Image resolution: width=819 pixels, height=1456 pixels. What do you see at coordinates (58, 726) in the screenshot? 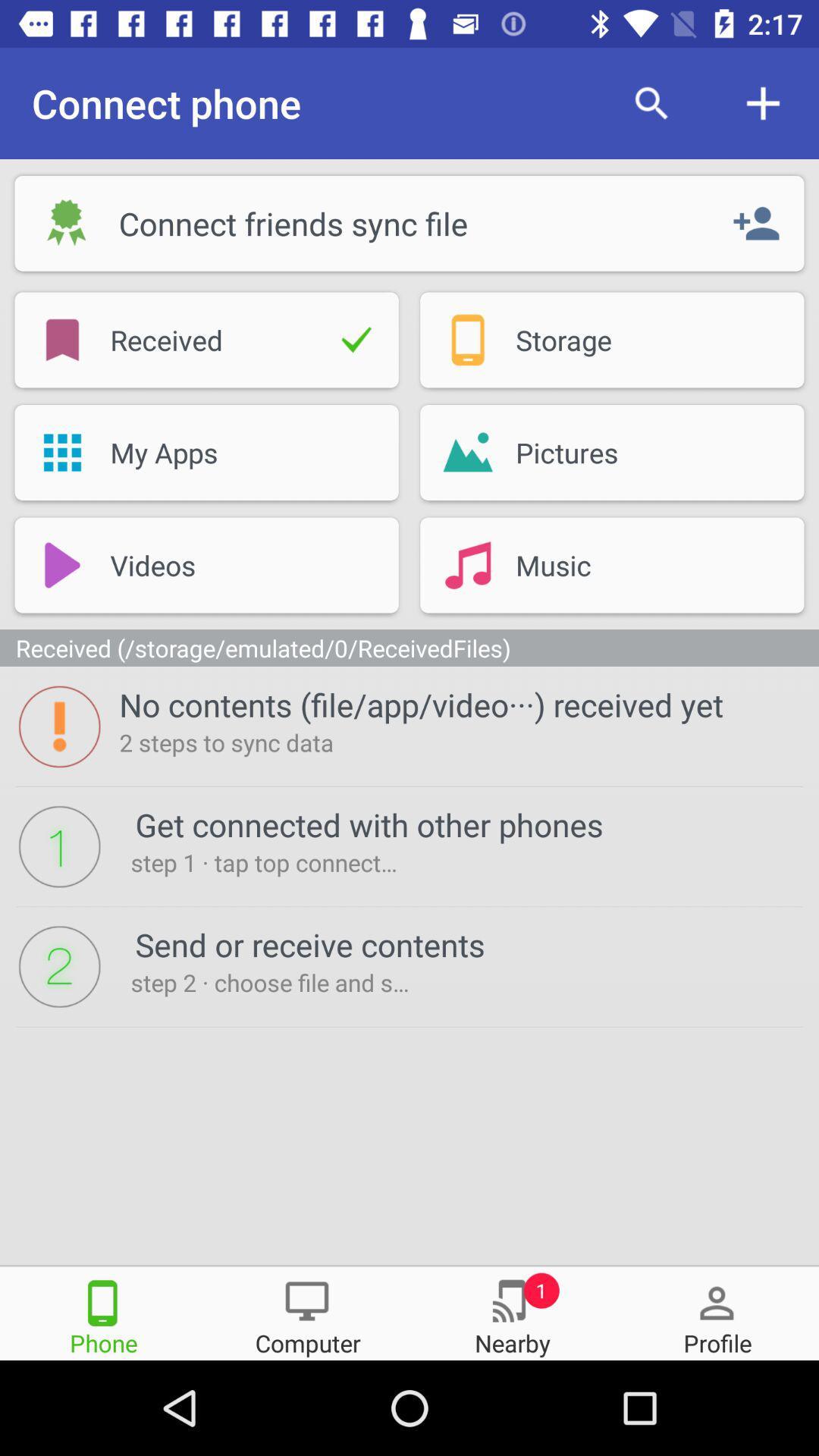
I see `the icon which is left to no contents` at bounding box center [58, 726].